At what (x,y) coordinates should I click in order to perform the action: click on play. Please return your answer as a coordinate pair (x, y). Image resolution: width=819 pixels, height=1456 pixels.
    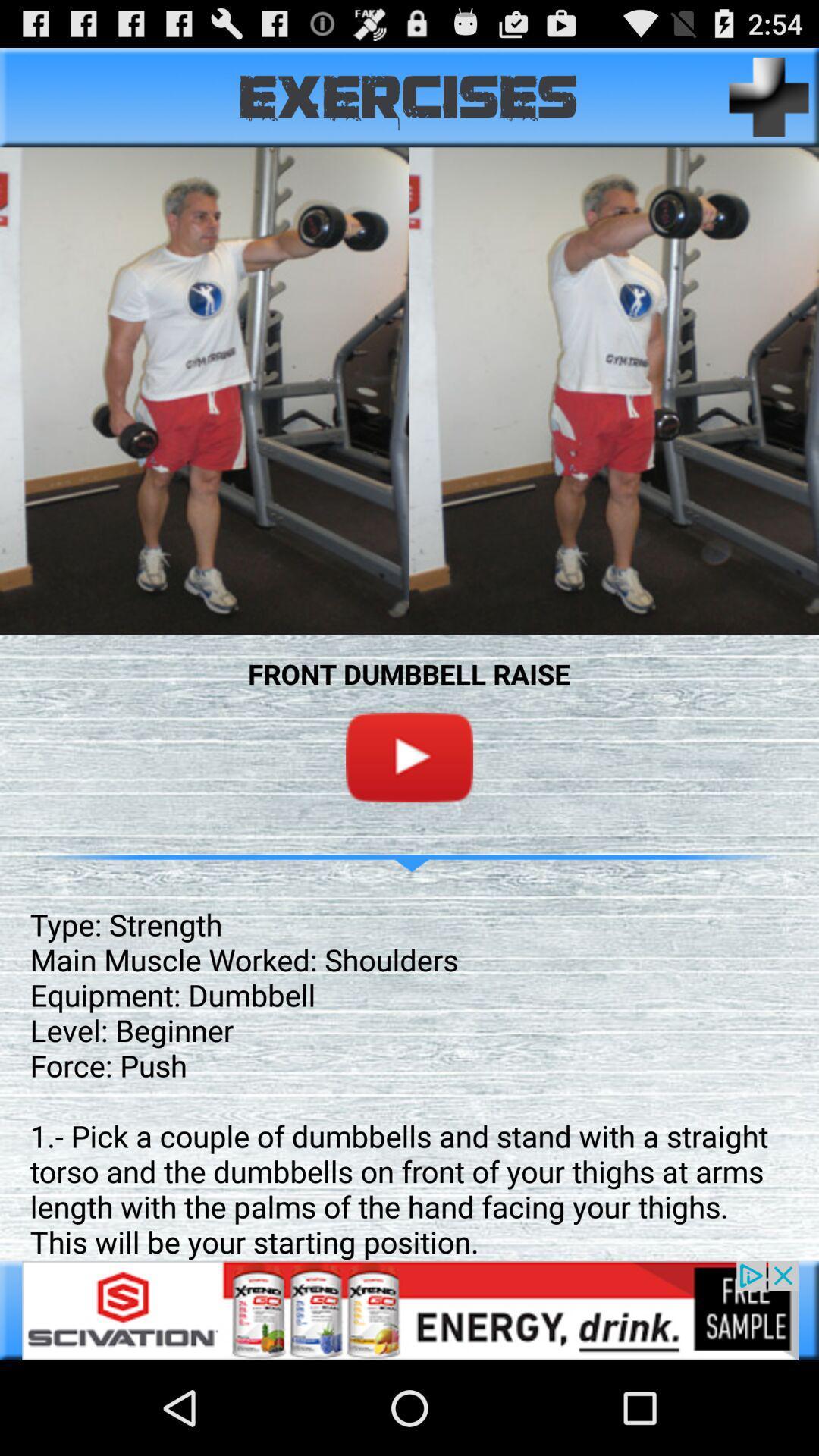
    Looking at the image, I should click on (409, 757).